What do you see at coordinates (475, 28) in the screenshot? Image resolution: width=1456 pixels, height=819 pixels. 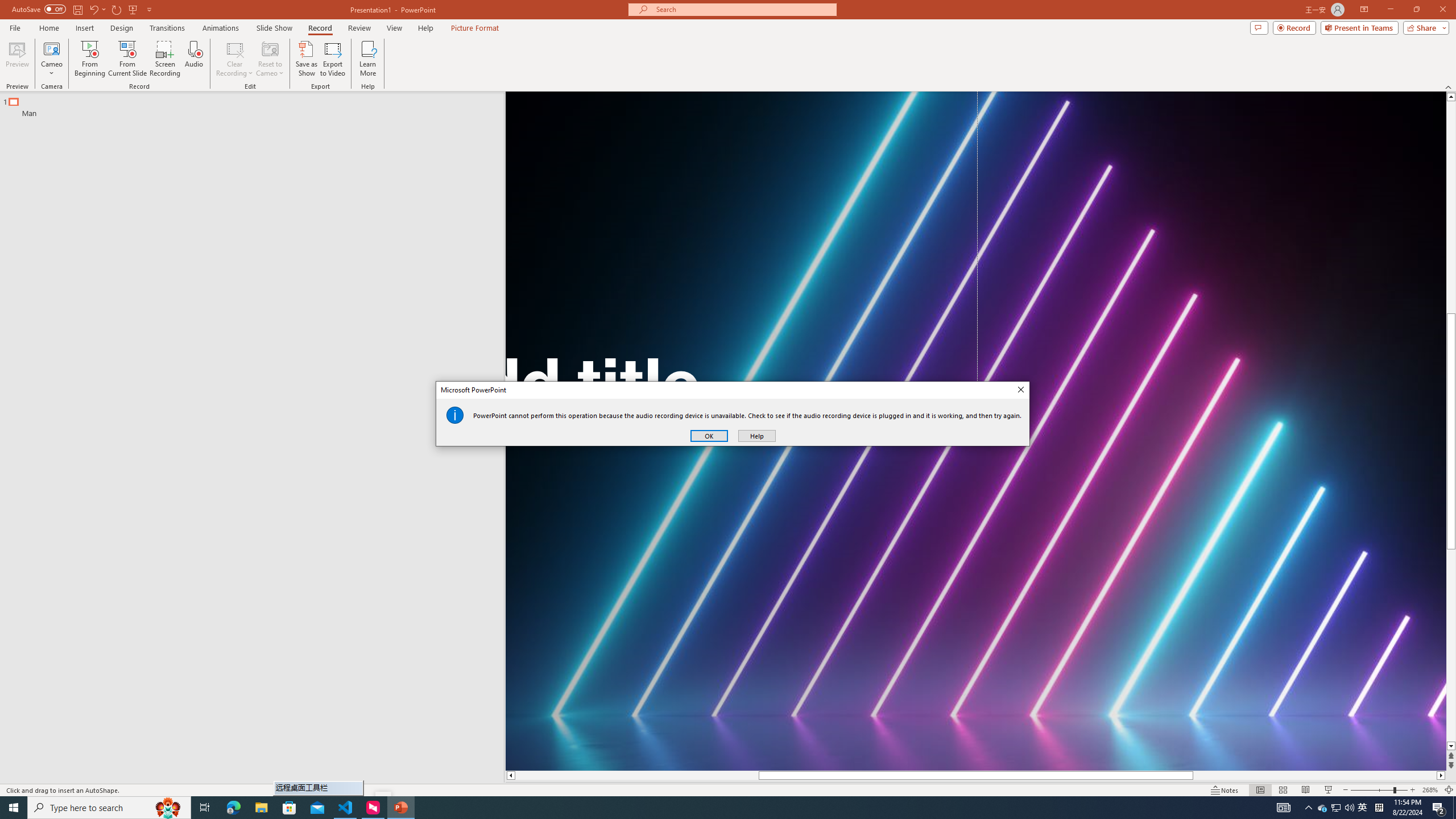 I see `'Picture Format'` at bounding box center [475, 28].